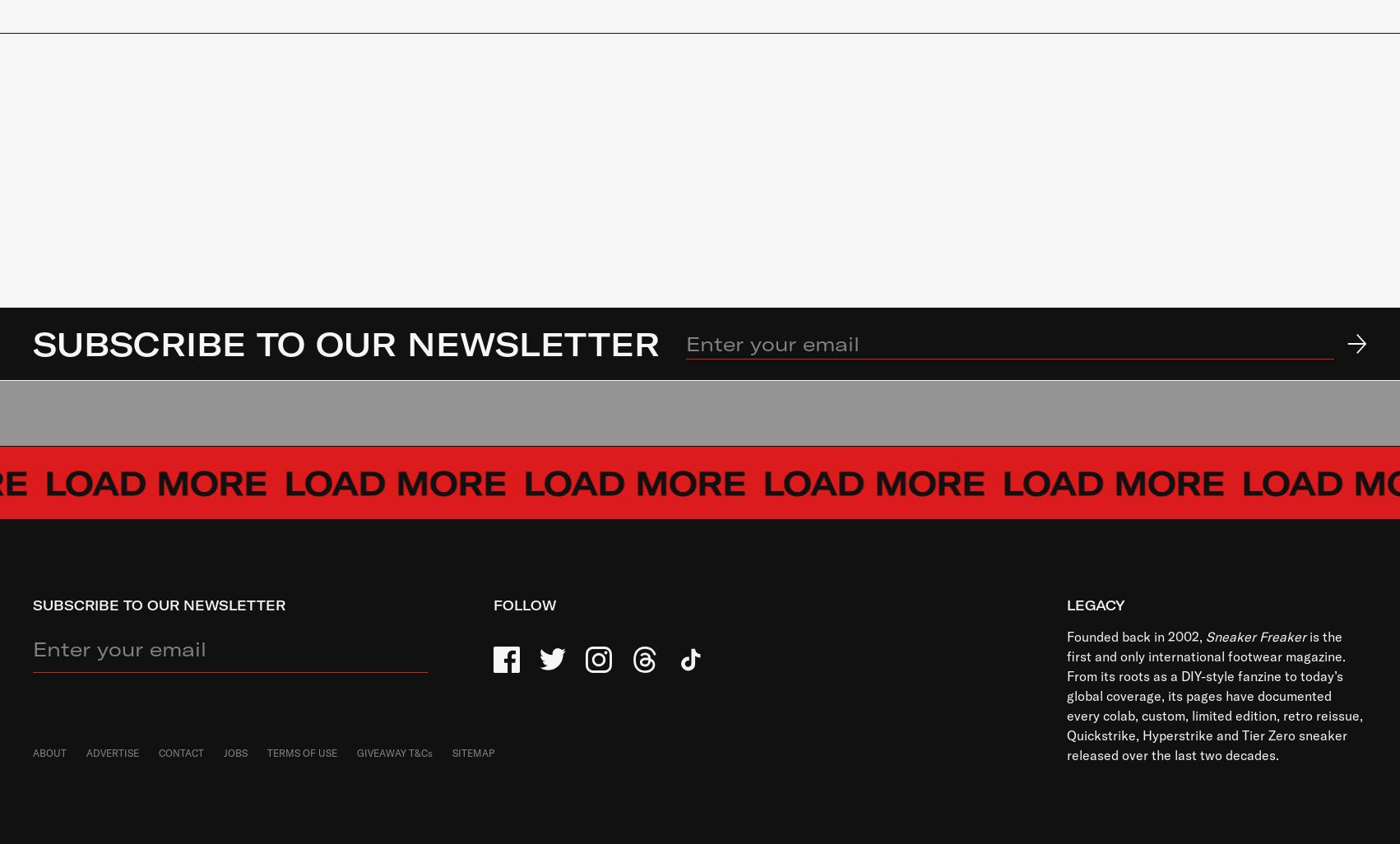 The image size is (1400, 844). I want to click on 'CONTACT', so click(158, 752).